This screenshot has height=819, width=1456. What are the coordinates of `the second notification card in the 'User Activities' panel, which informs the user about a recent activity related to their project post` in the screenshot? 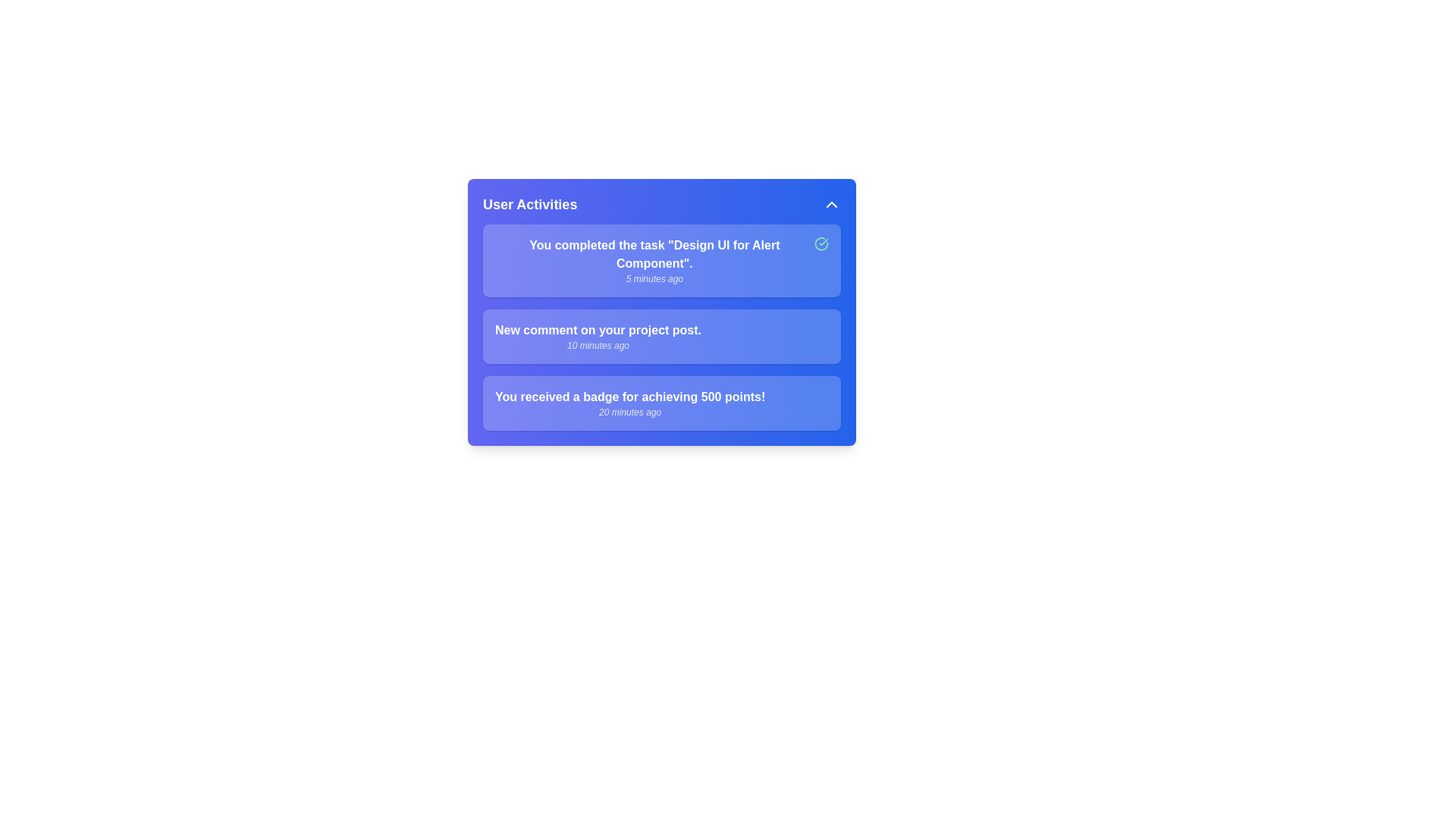 It's located at (662, 335).